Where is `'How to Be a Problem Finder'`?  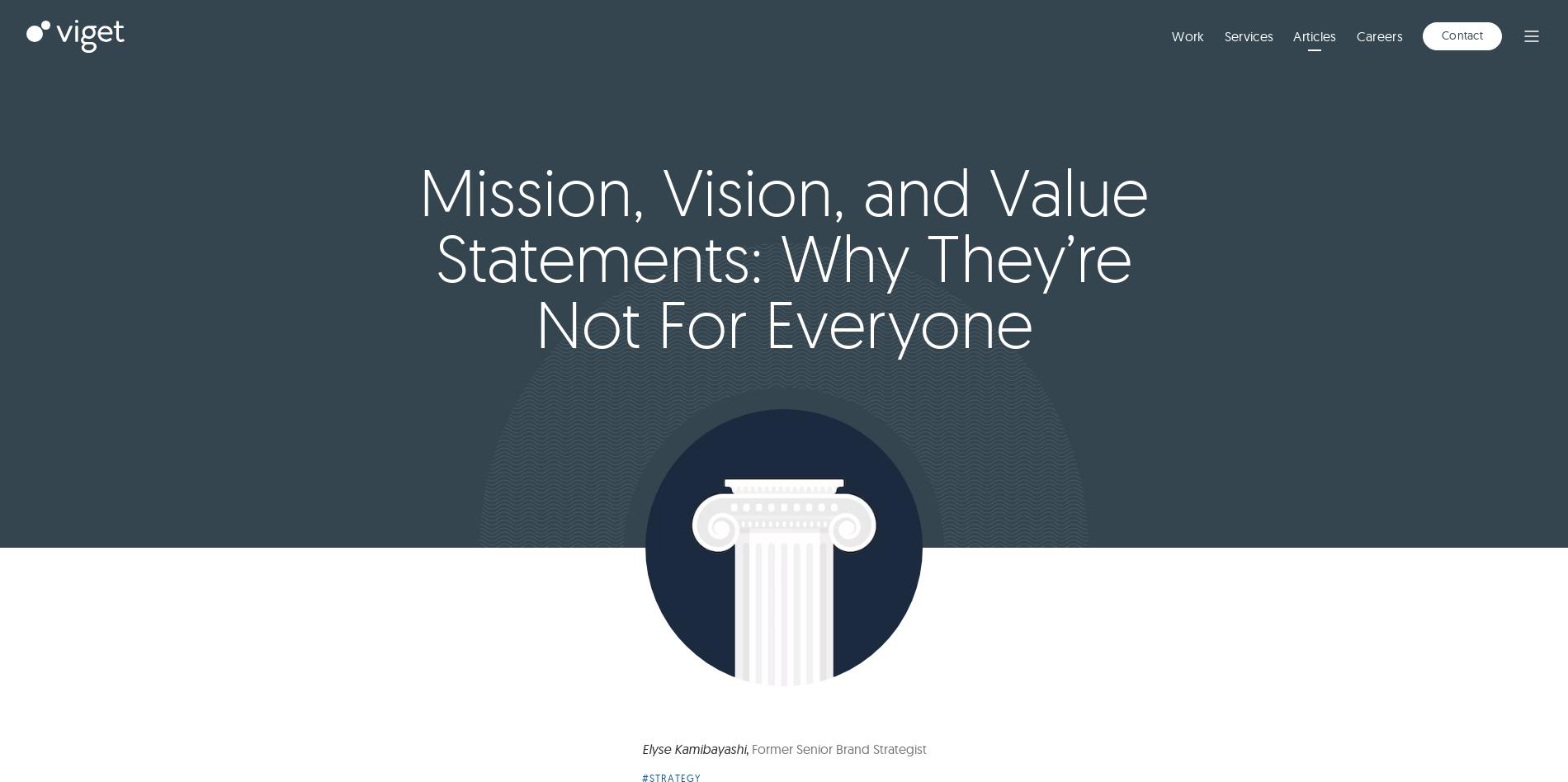
'How to Be a Problem Finder' is located at coordinates (494, 730).